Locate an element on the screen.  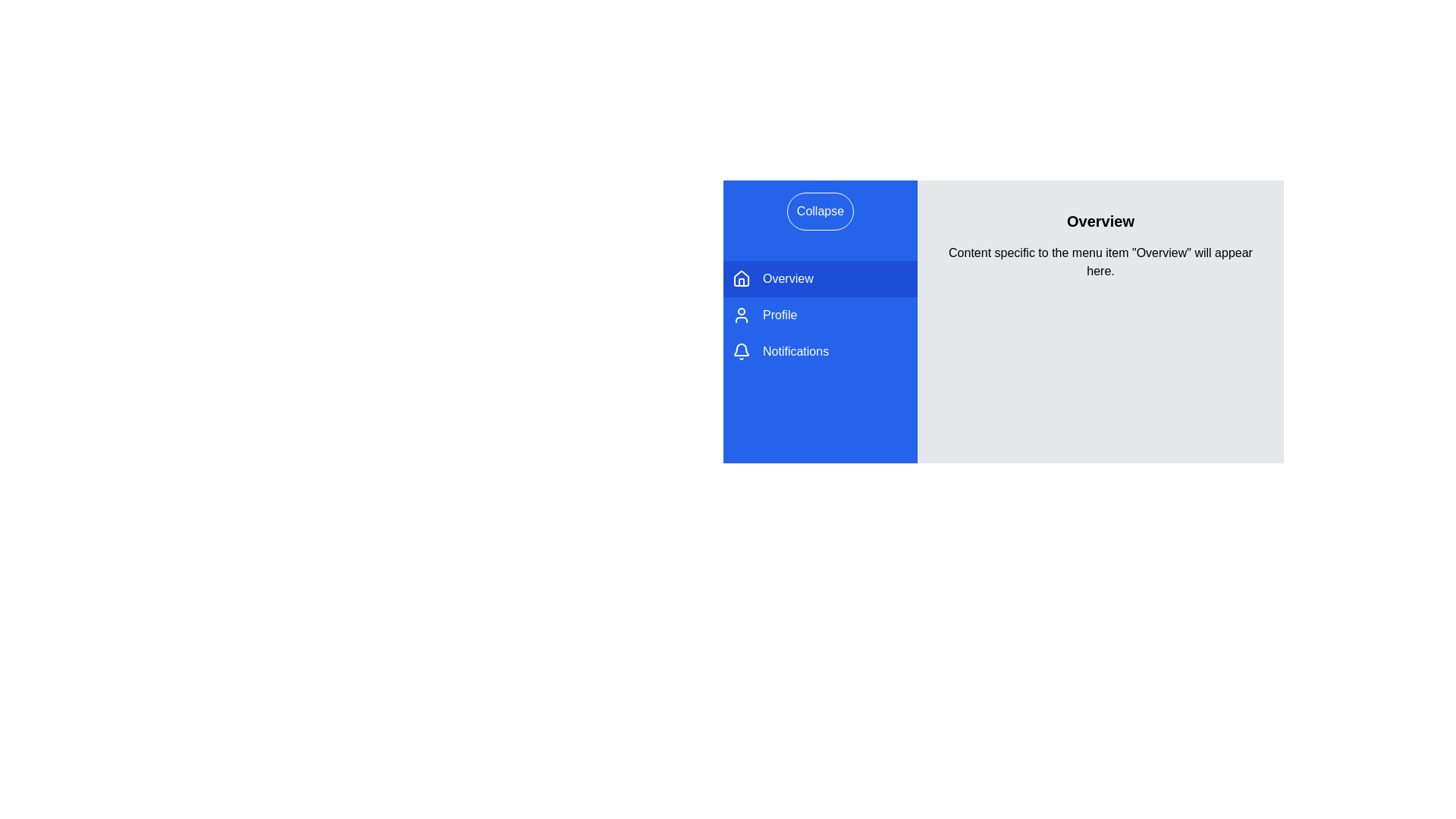
the navigation item in the vertical menu which includes 'Overview', 'Profile', and 'Notifications' is located at coordinates (819, 315).